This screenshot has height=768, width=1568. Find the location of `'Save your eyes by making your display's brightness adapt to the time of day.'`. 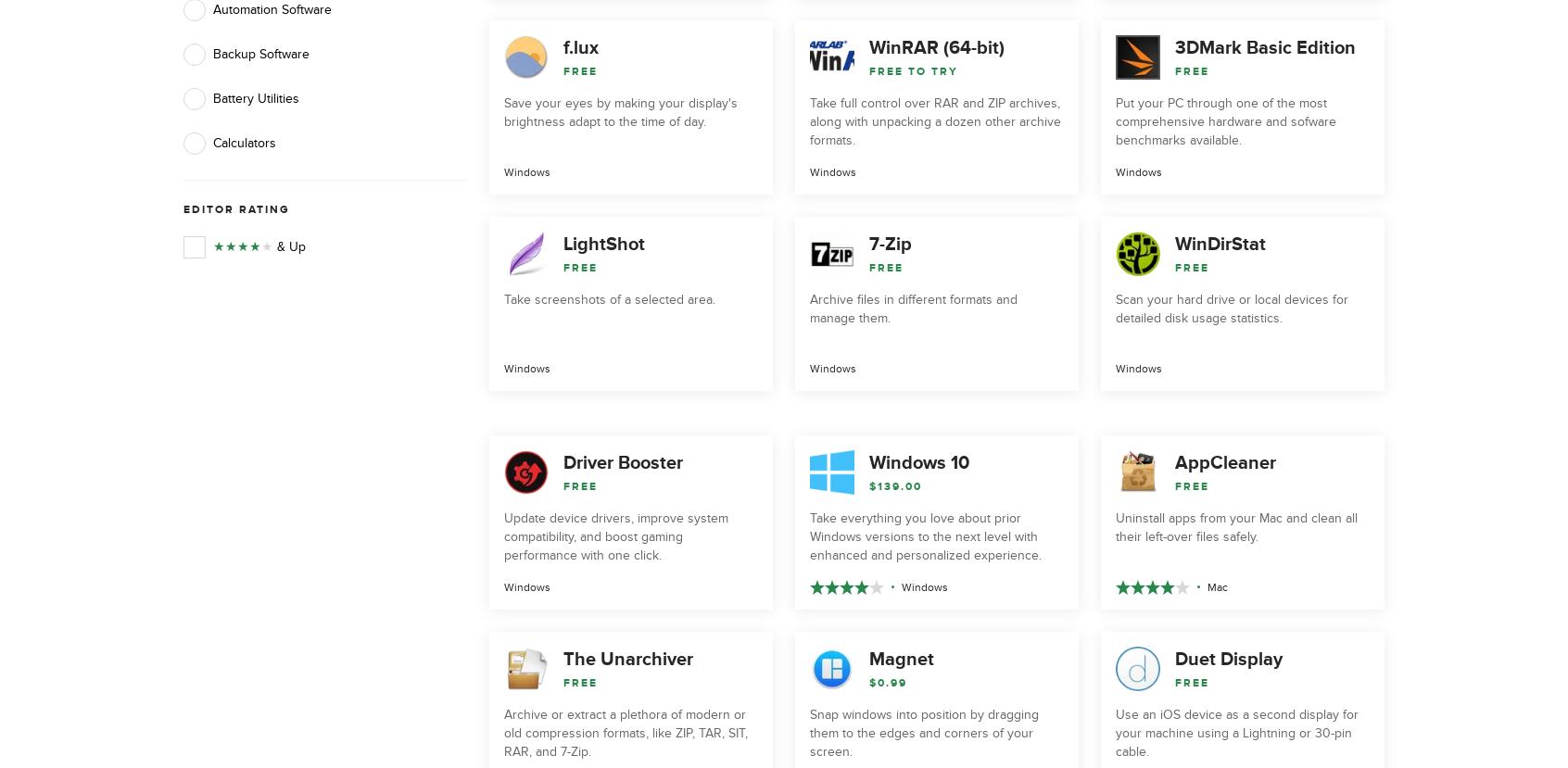

'Save your eyes by making your display's brightness adapt to the time of day.' is located at coordinates (503, 110).